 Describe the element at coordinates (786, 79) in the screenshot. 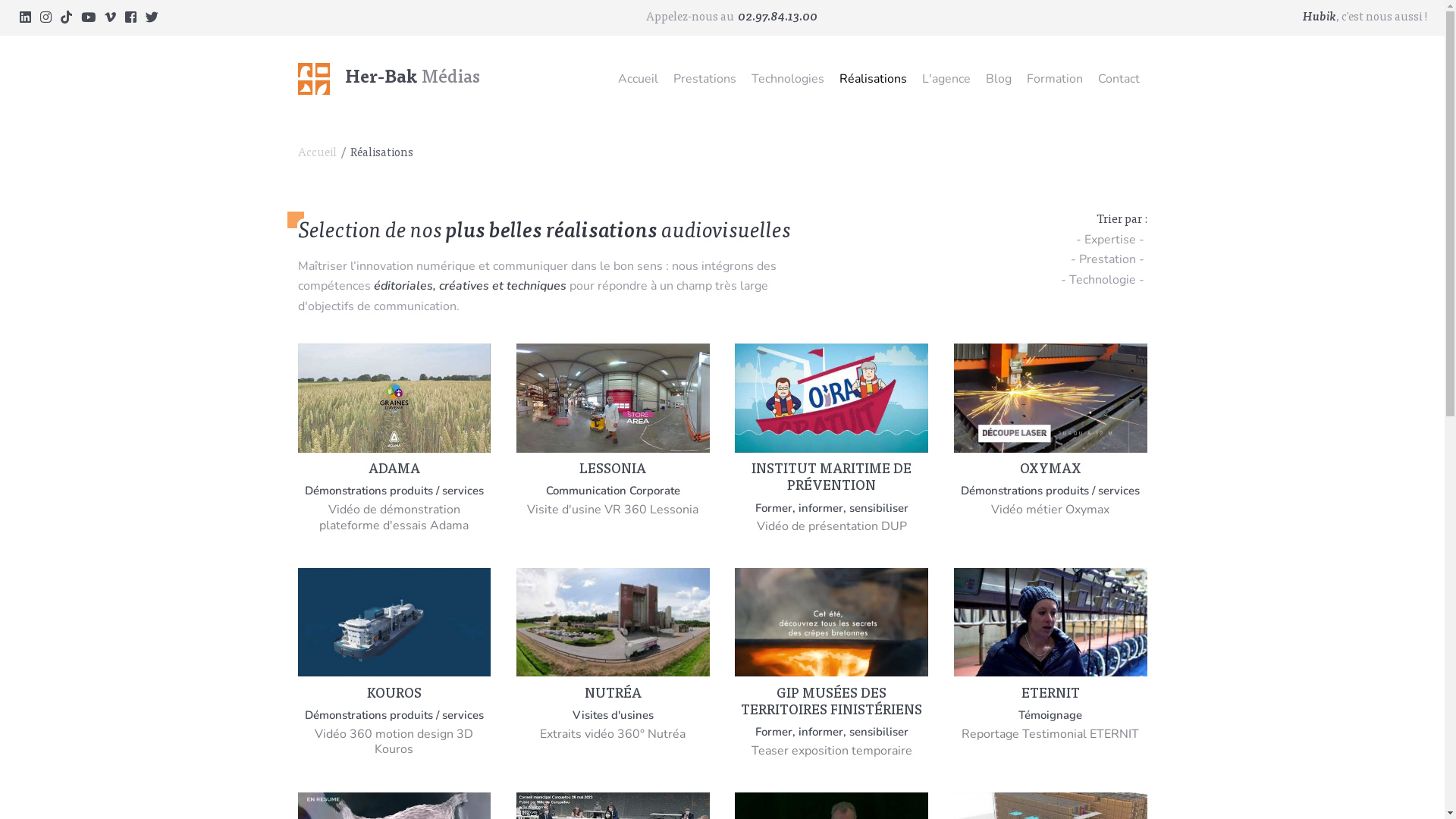

I see `'Technologies'` at that location.